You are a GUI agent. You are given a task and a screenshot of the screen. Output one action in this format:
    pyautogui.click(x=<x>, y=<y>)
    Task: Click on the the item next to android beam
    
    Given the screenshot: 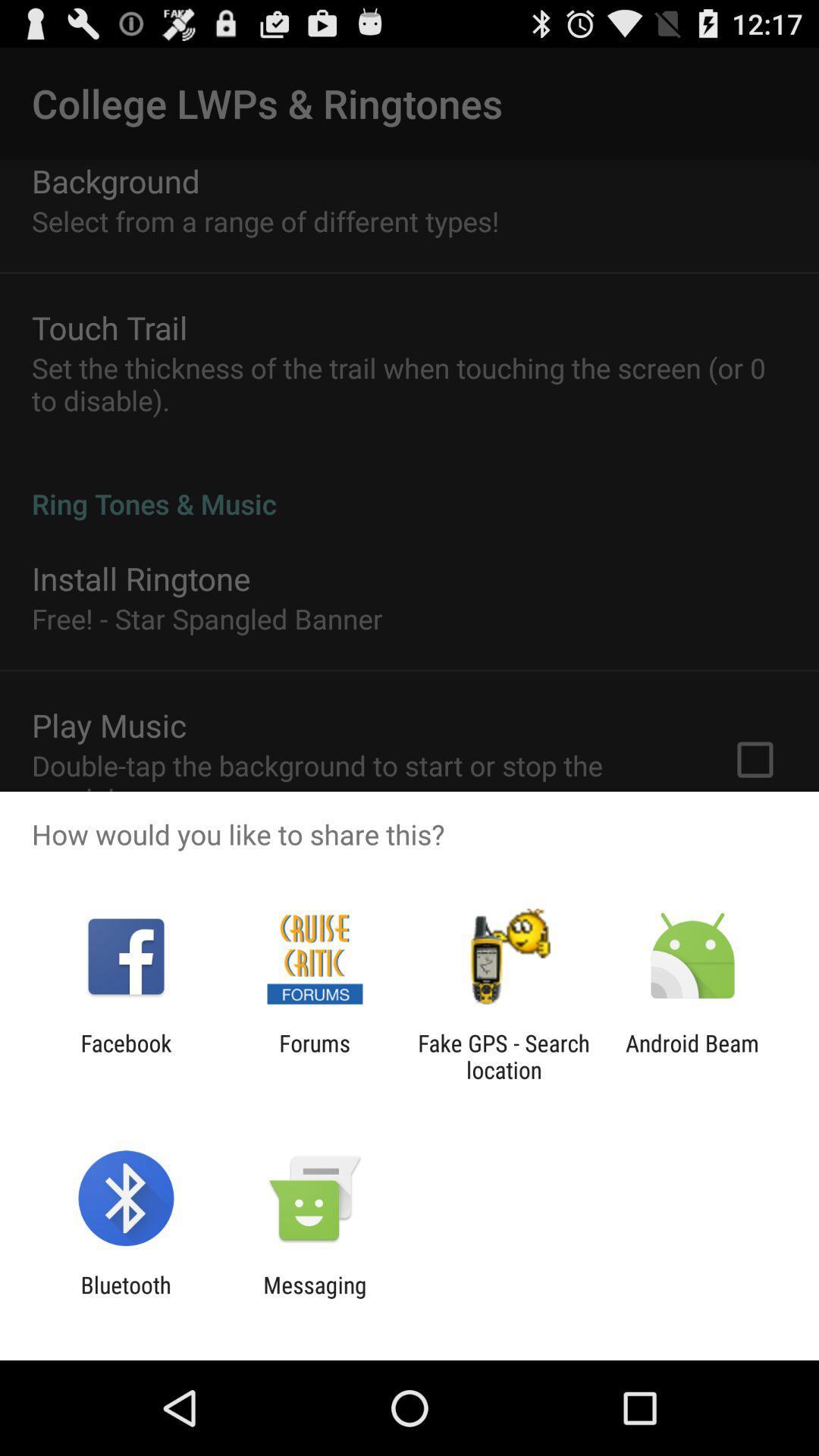 What is the action you would take?
    pyautogui.click(x=504, y=1056)
    